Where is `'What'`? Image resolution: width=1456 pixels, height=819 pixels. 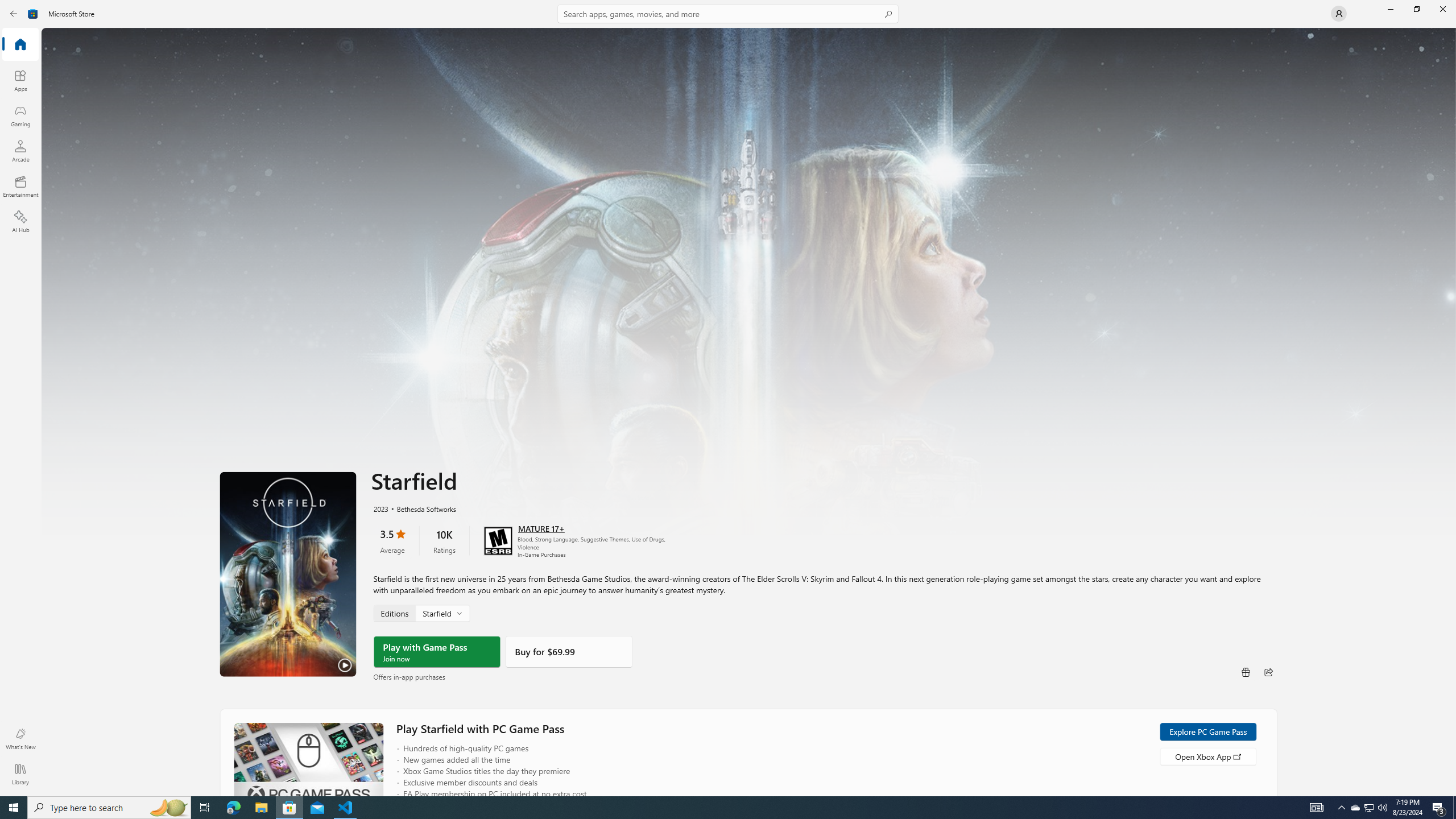 'What' is located at coordinates (19, 738).